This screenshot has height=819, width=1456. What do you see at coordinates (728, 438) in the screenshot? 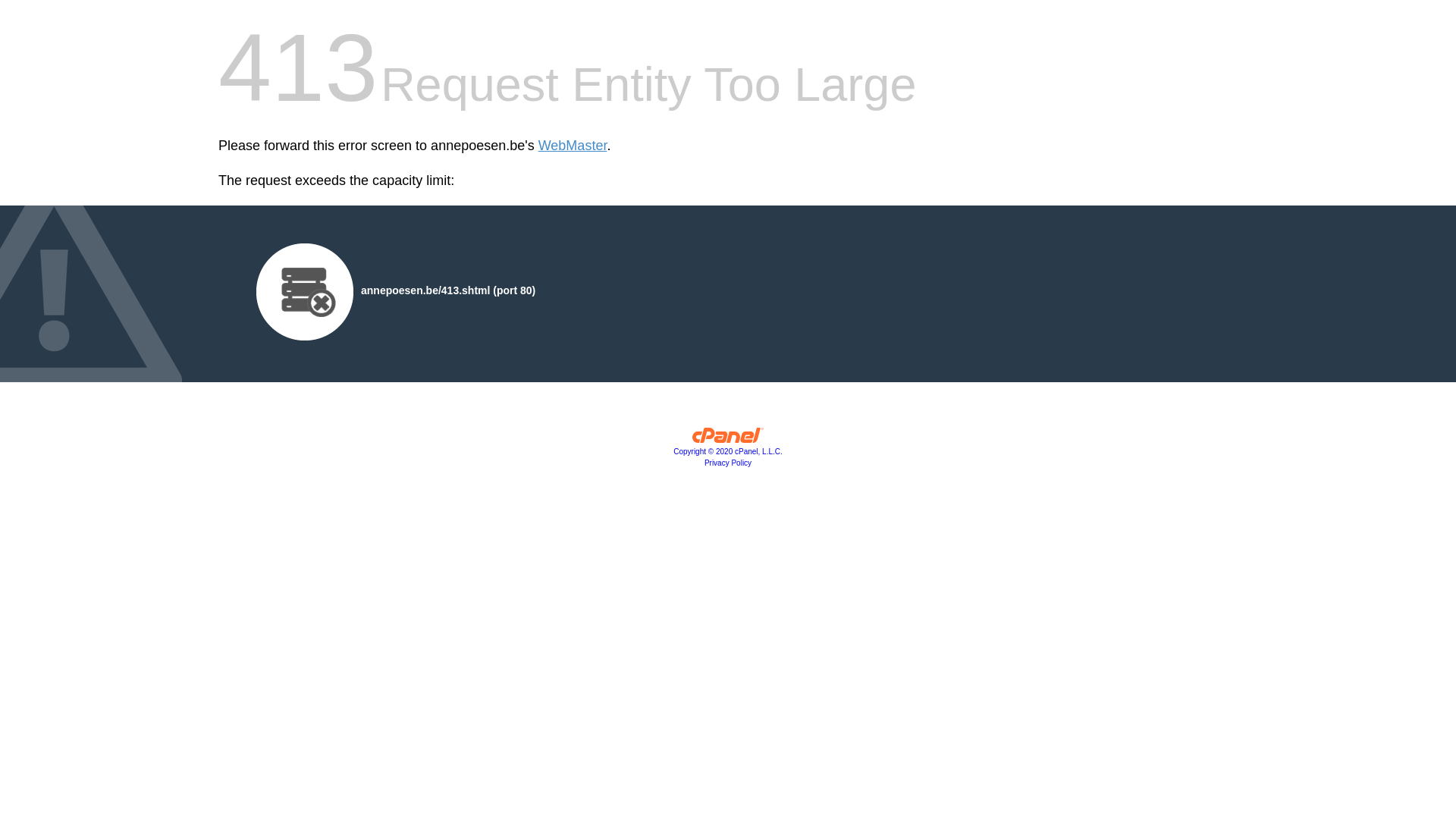
I see `'cPanel, Inc.'` at bounding box center [728, 438].